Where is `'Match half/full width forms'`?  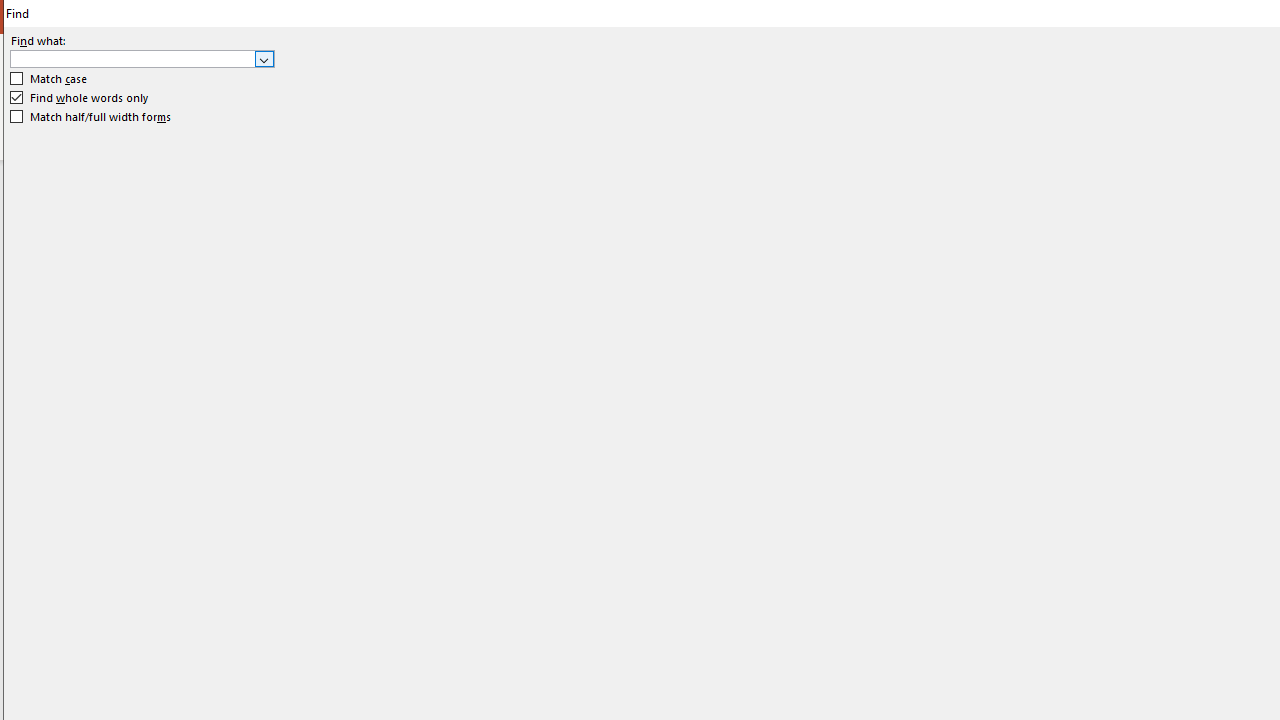 'Match half/full width forms' is located at coordinates (90, 117).